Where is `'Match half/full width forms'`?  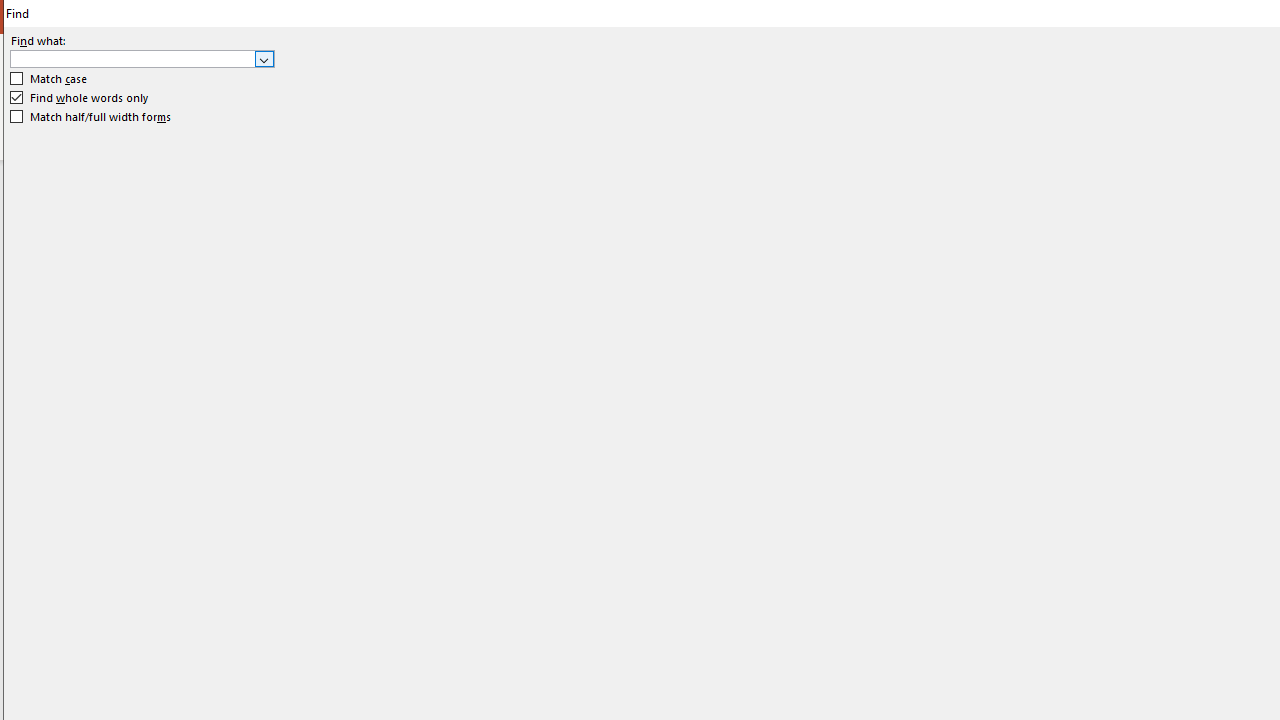 'Match half/full width forms' is located at coordinates (90, 117).